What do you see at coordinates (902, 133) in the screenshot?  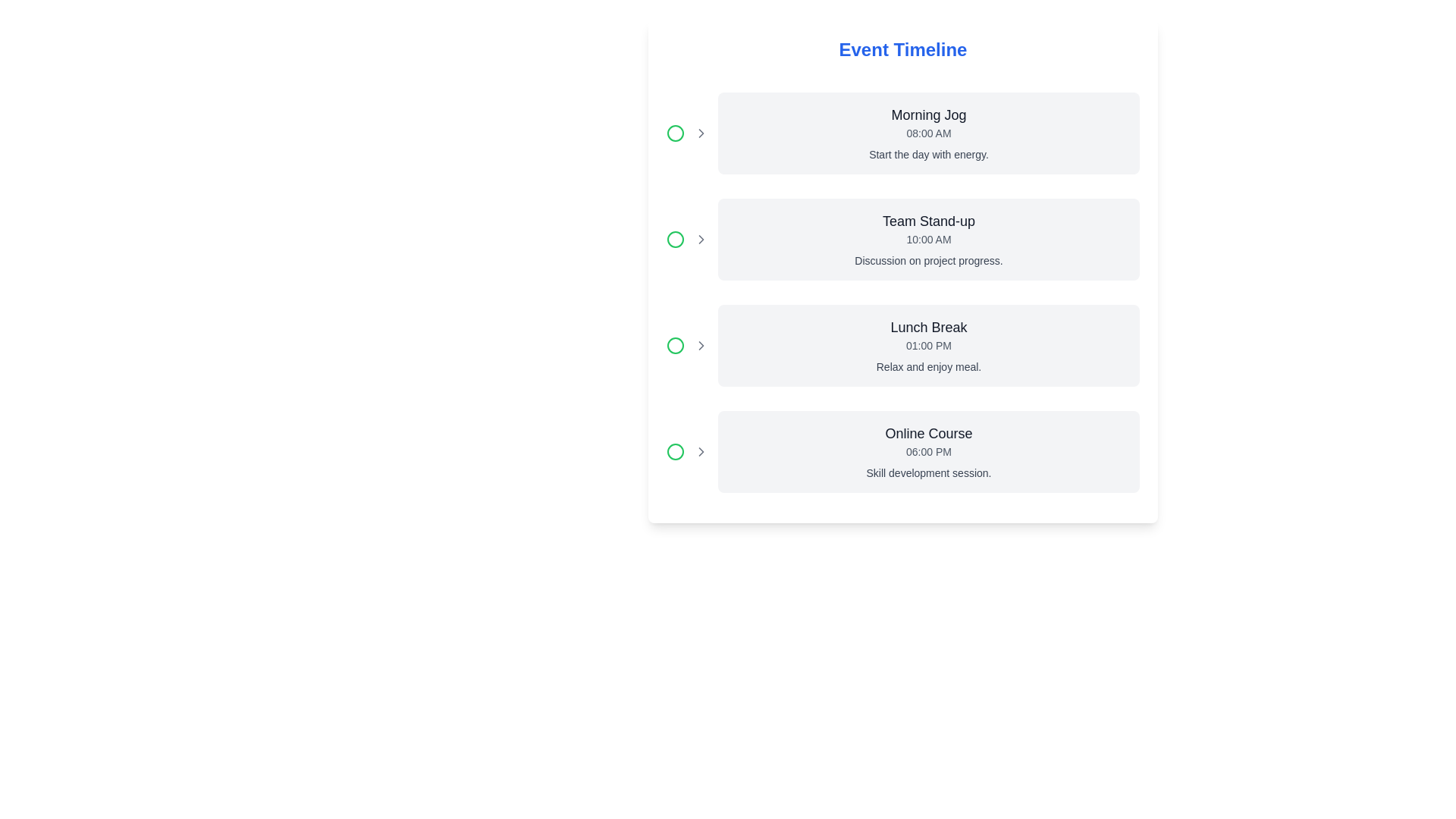 I see `the informational component displaying the event 'Morning Jog' with the time '08:00 AM' and description 'Start the day with energy.'` at bounding box center [902, 133].